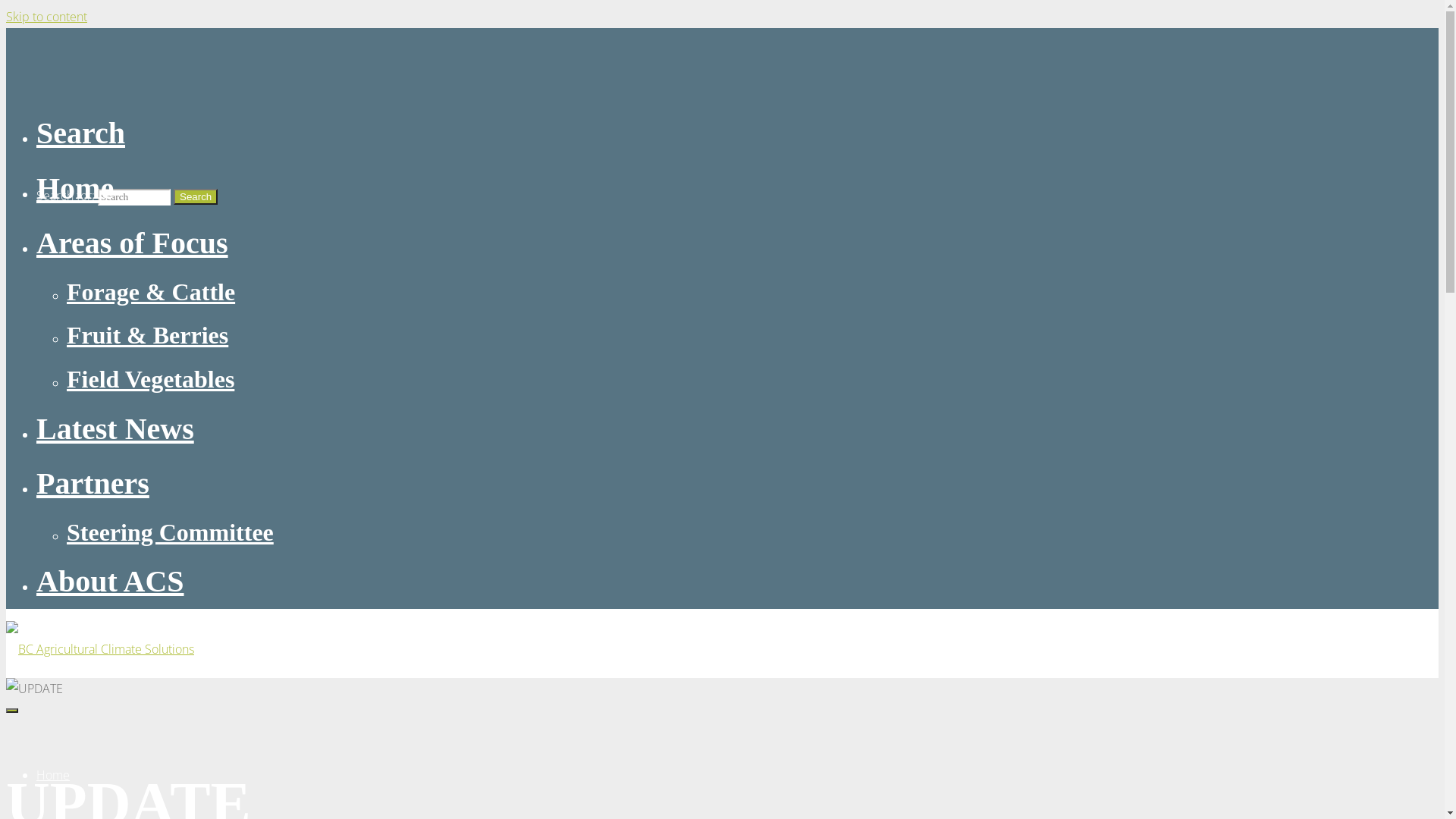 This screenshot has width=1456, height=819. Describe the element at coordinates (99, 648) in the screenshot. I see `'BC Agricultural Climate Solutions'` at that location.